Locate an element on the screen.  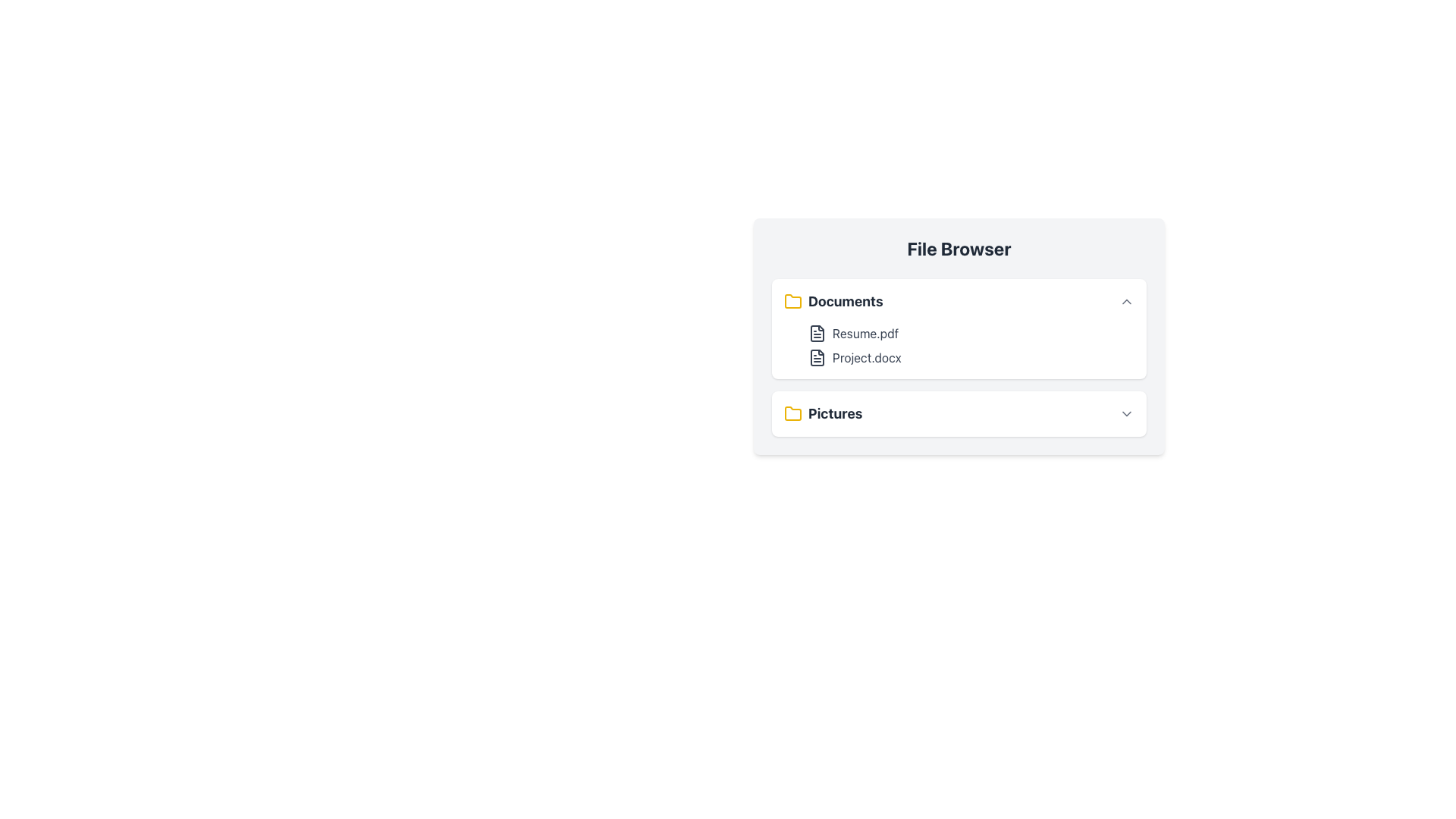
the document icon representing 'Project.docx' in the 'Documents' section of the File Browser is located at coordinates (817, 357).